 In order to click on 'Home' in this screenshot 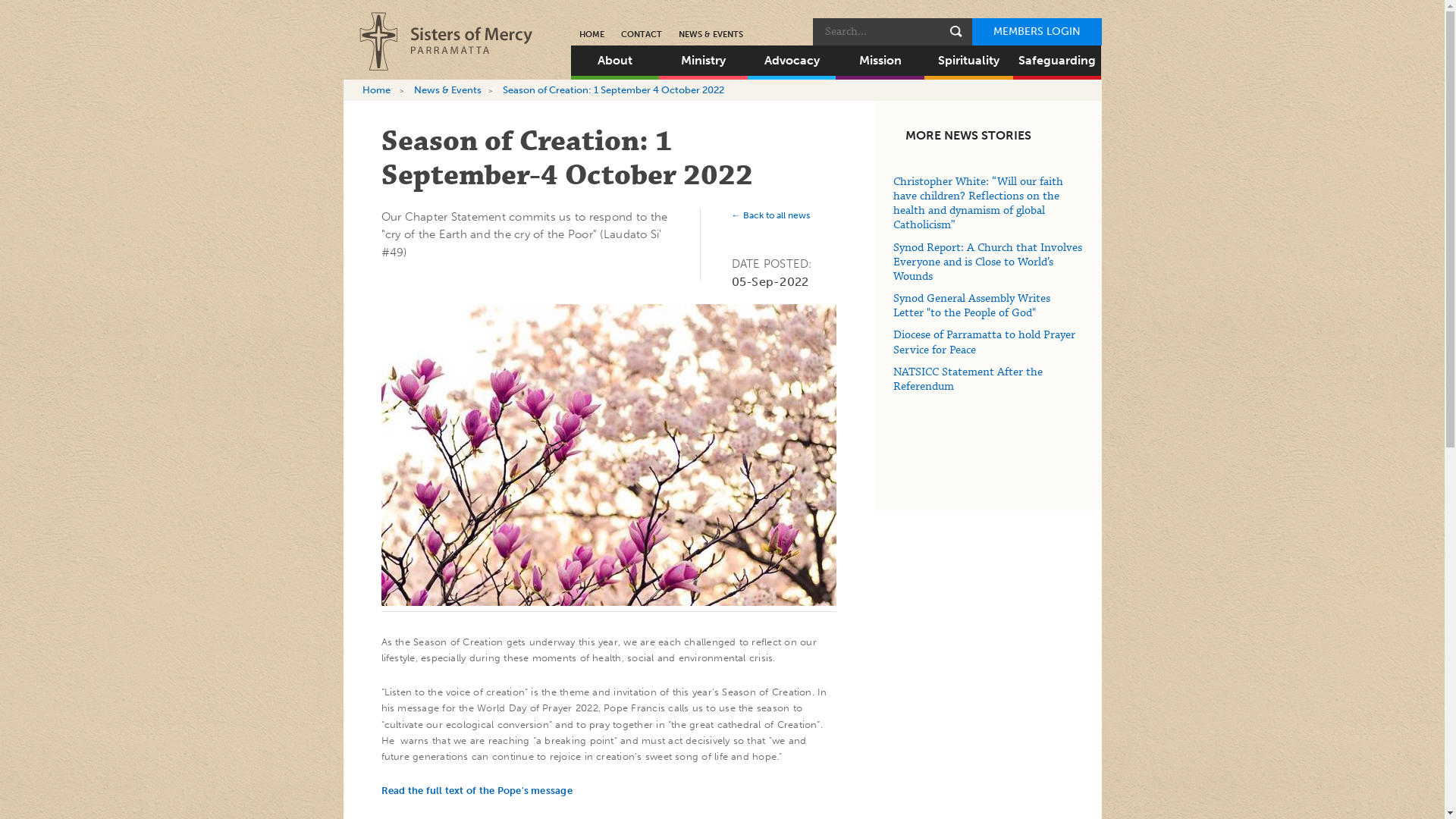, I will do `click(376, 89)`.